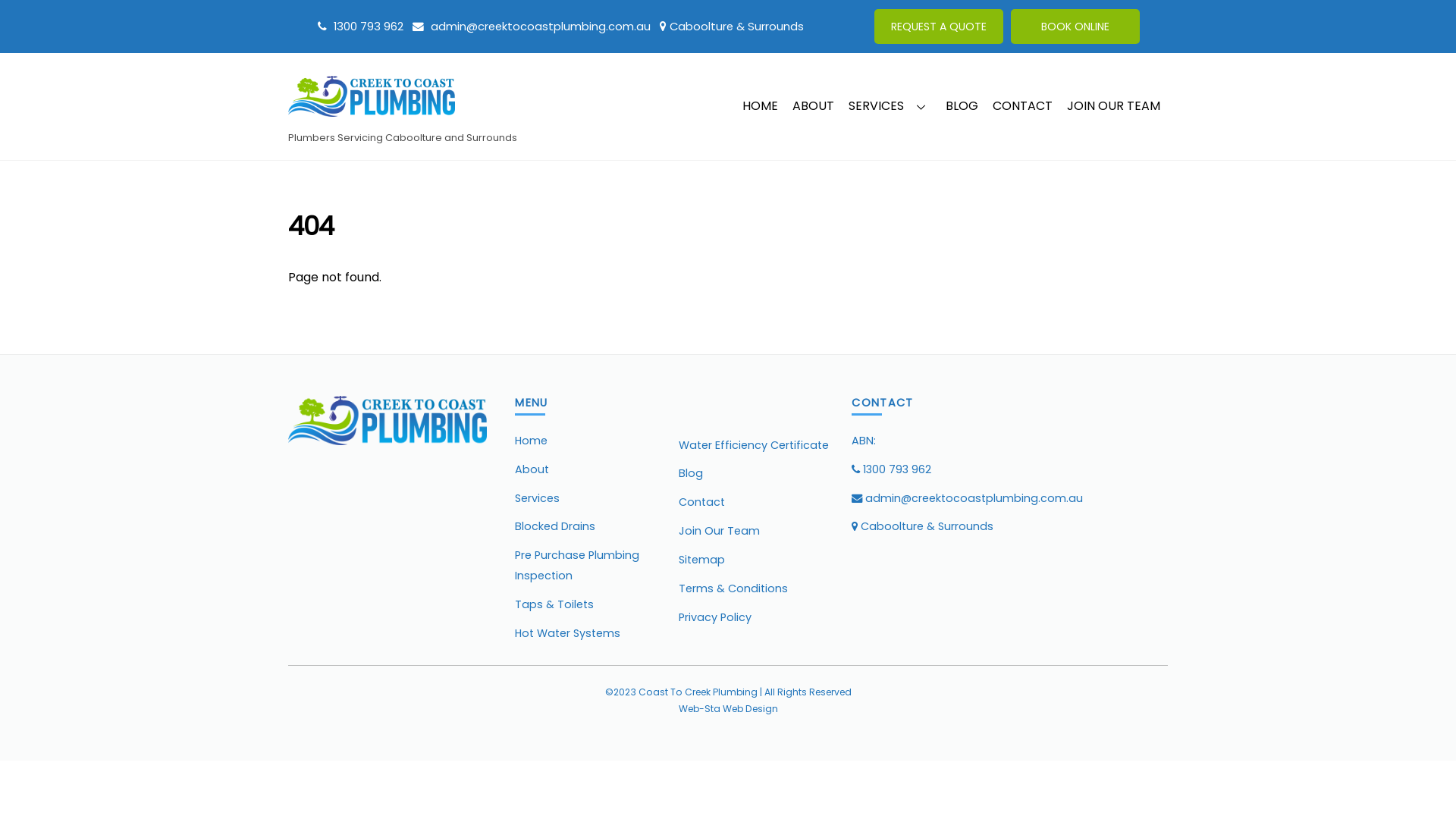  What do you see at coordinates (359, 26) in the screenshot?
I see `'1300 793 962'` at bounding box center [359, 26].